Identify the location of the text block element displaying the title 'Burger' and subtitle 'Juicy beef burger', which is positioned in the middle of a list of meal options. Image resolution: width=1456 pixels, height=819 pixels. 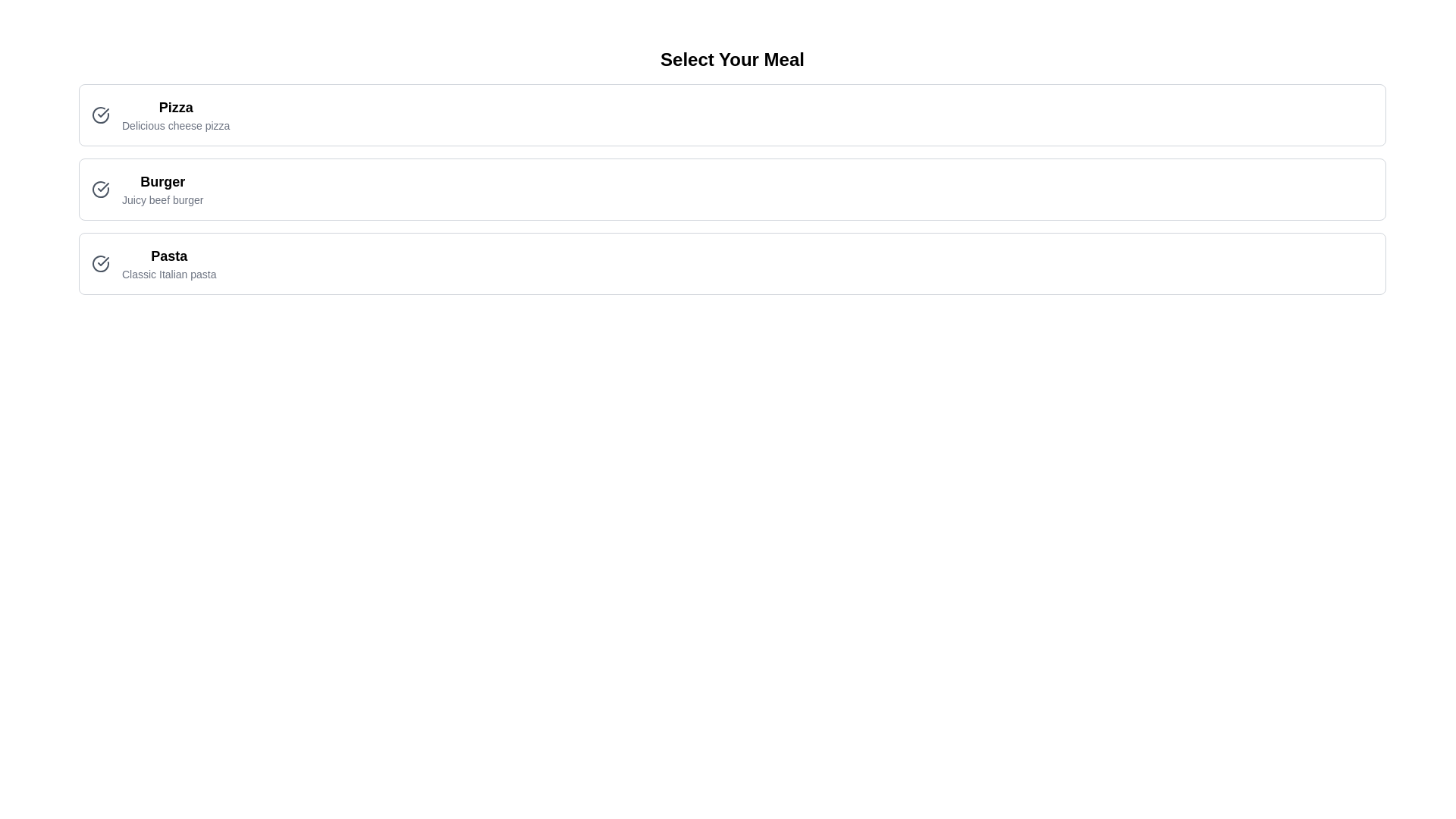
(162, 189).